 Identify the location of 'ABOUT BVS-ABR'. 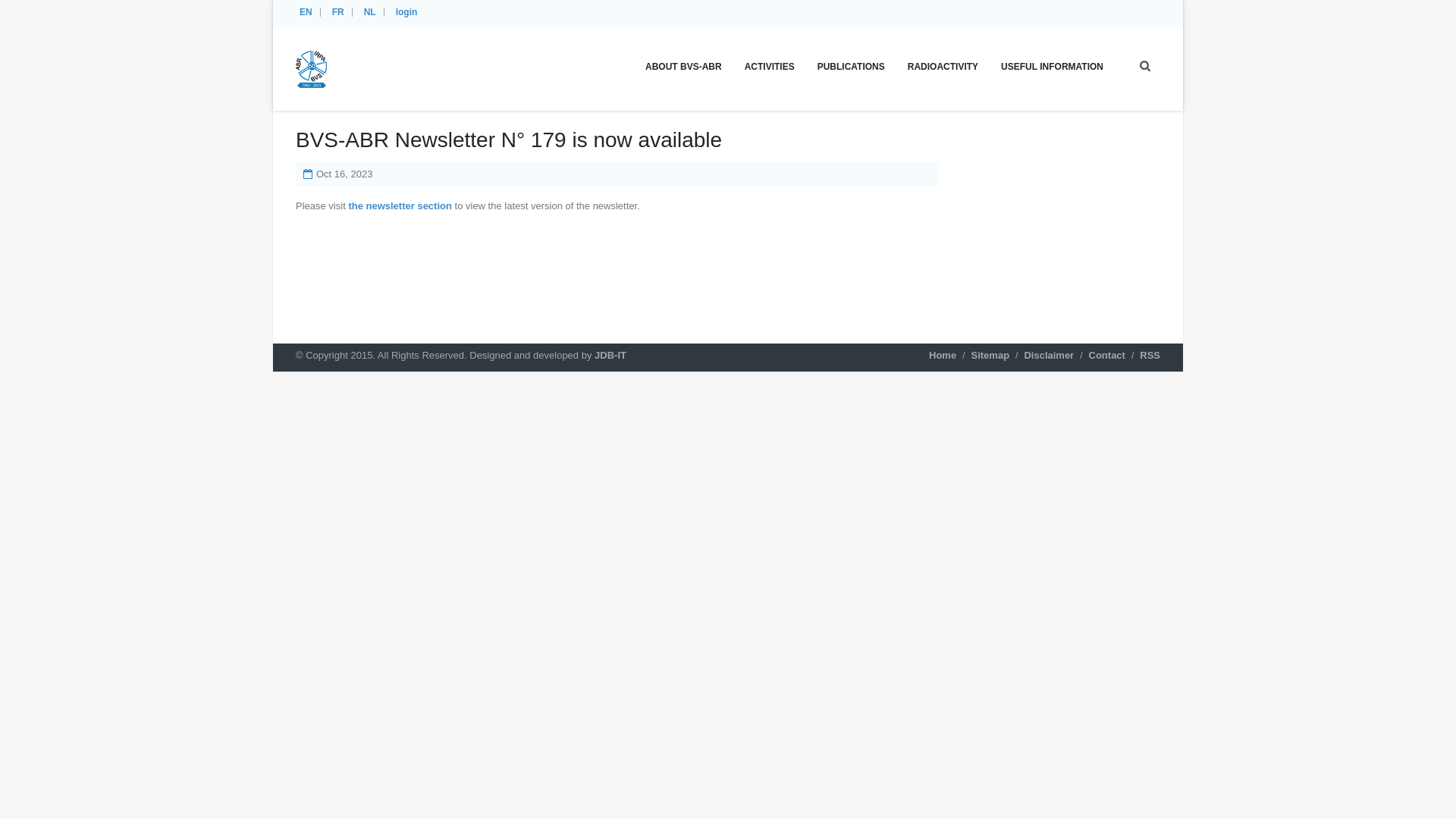
(682, 65).